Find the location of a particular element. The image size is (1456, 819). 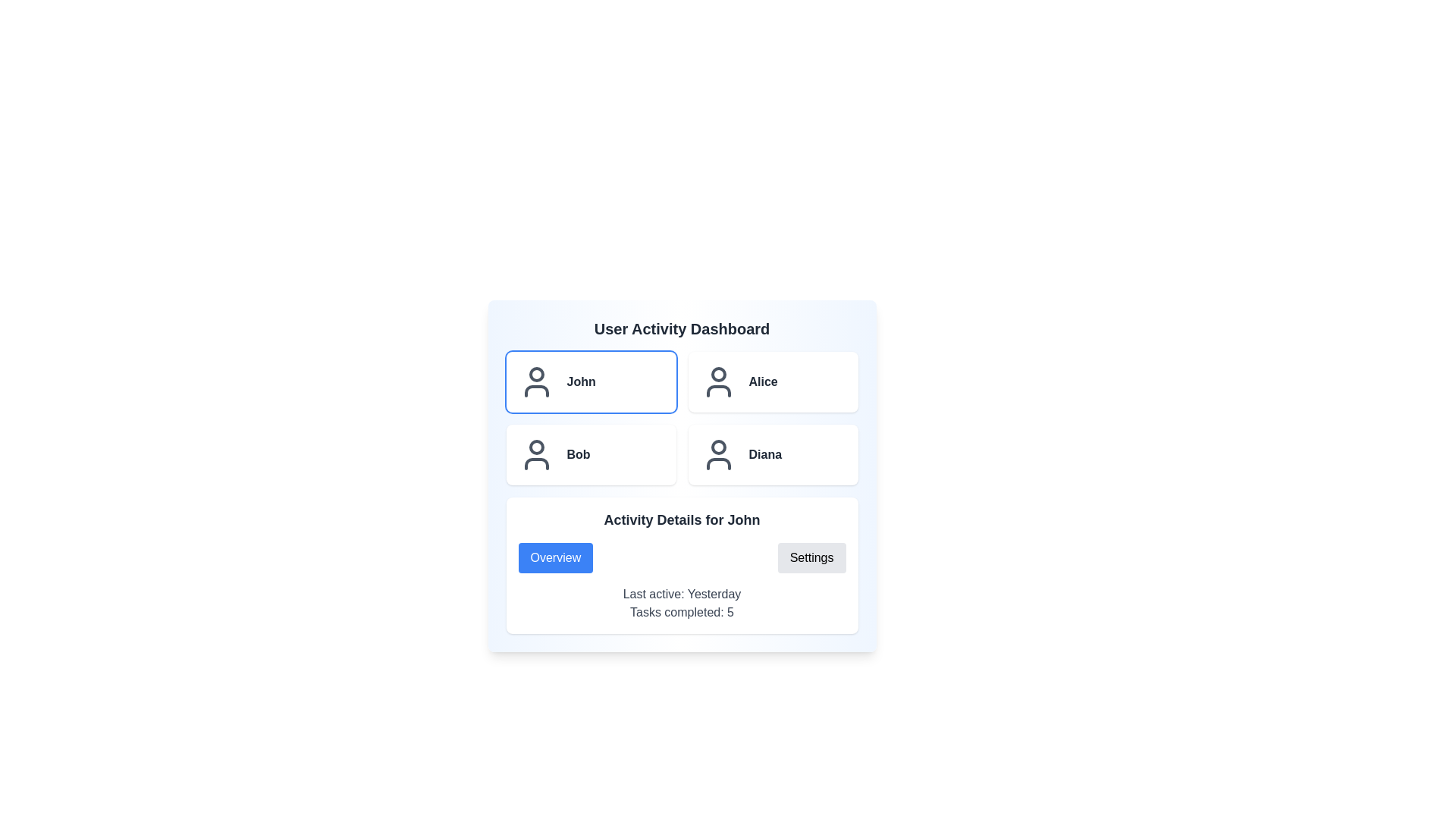

the user profile card for 'Bob' using keyboard navigation is located at coordinates (590, 454).